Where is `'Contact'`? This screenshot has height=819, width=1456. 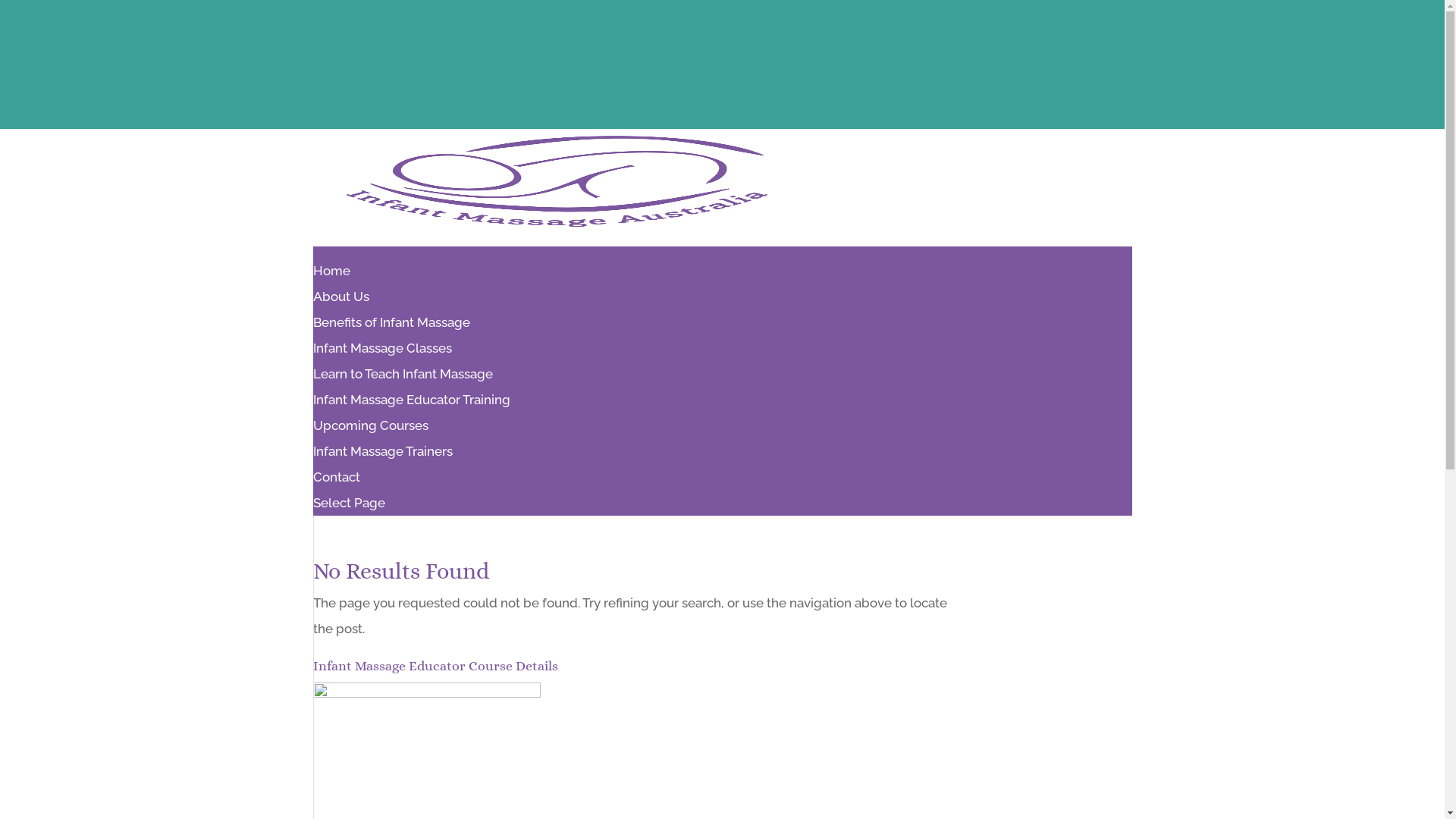
'Contact' is located at coordinates (312, 485).